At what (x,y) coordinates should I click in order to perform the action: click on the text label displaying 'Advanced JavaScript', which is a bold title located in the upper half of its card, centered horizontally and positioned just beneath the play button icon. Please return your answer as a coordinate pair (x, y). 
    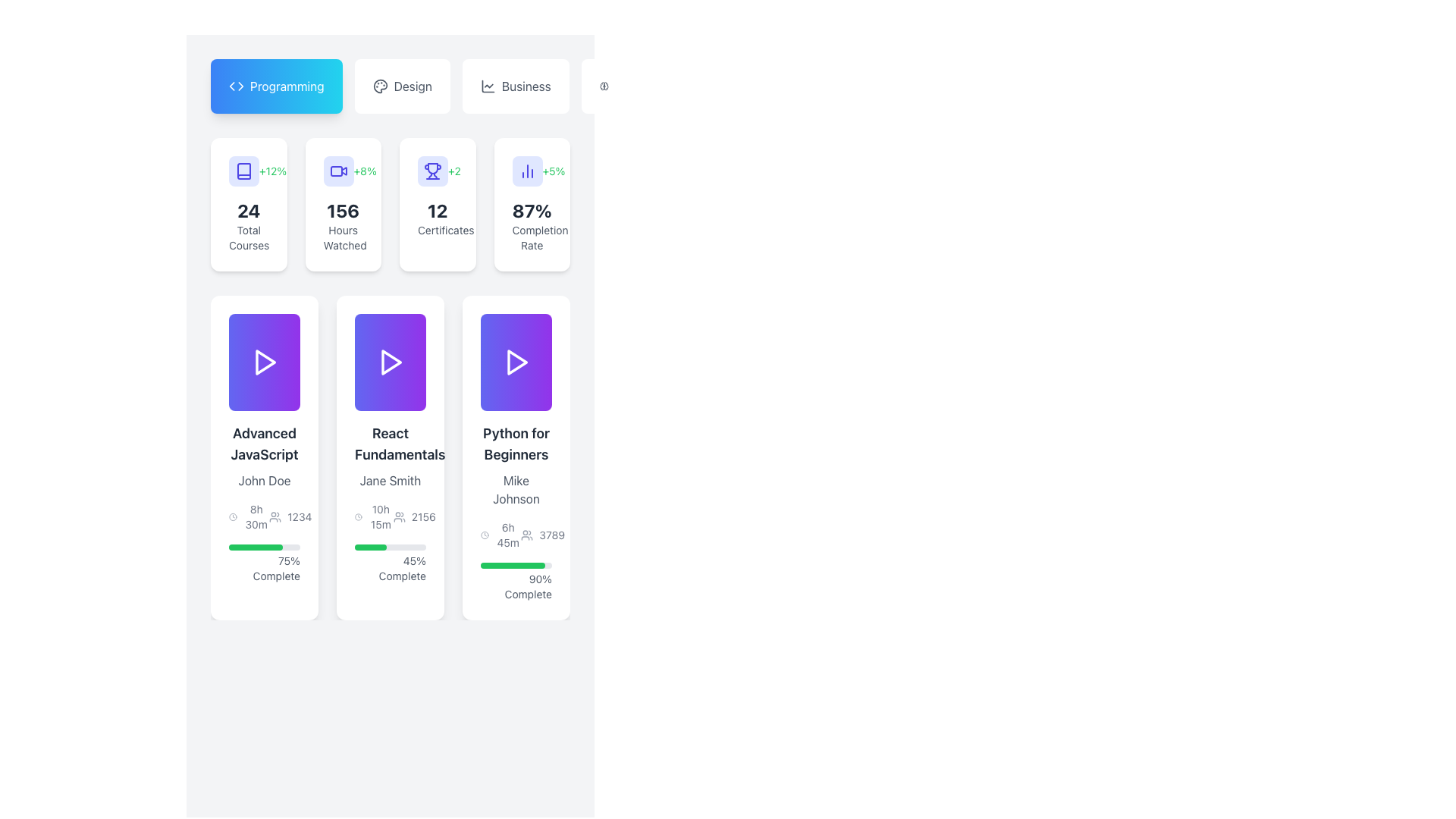
    Looking at the image, I should click on (265, 444).